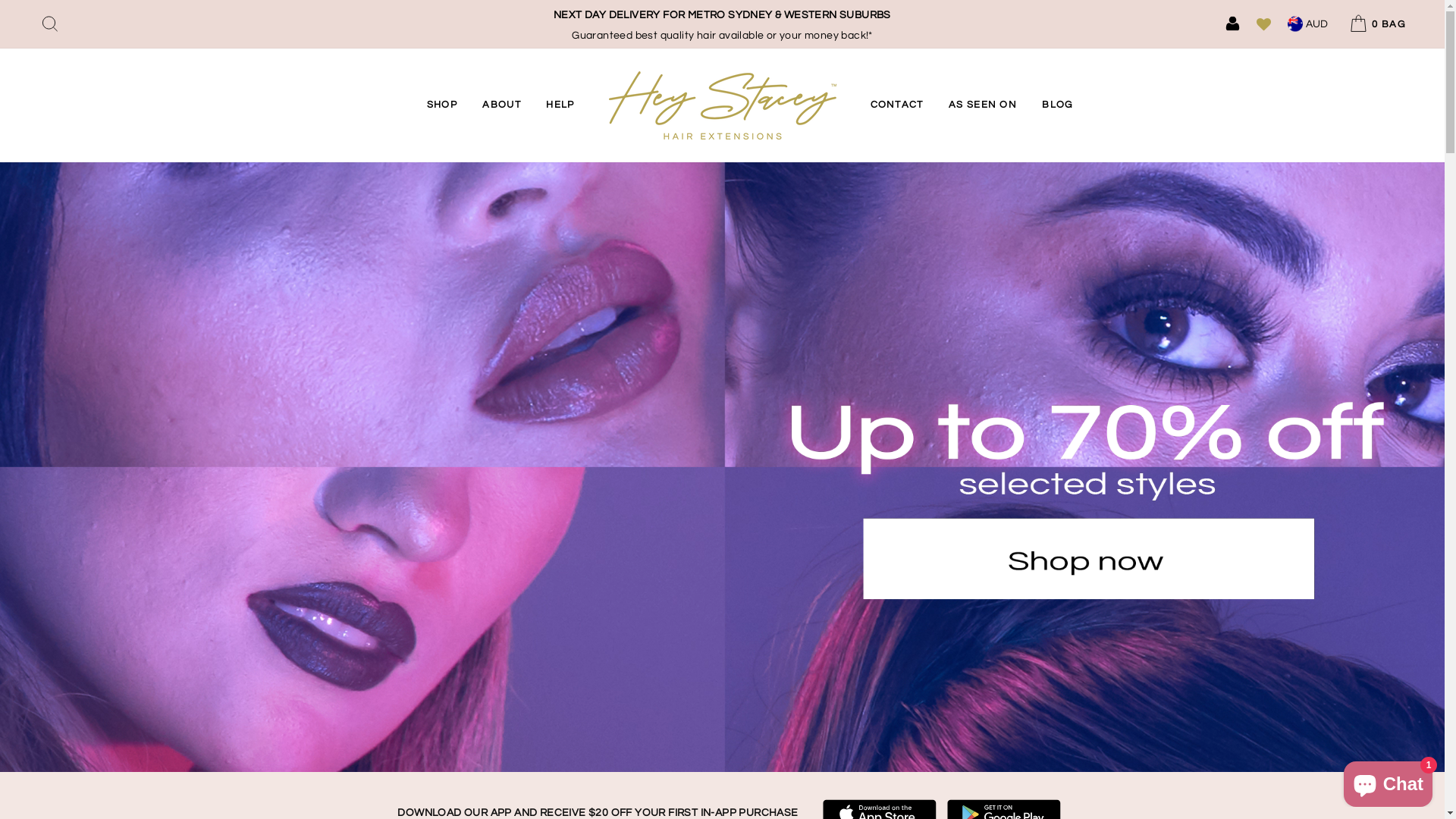 The width and height of the screenshot is (1456, 819). Describe the element at coordinates (858, 104) in the screenshot. I see `'CONTACT'` at that location.